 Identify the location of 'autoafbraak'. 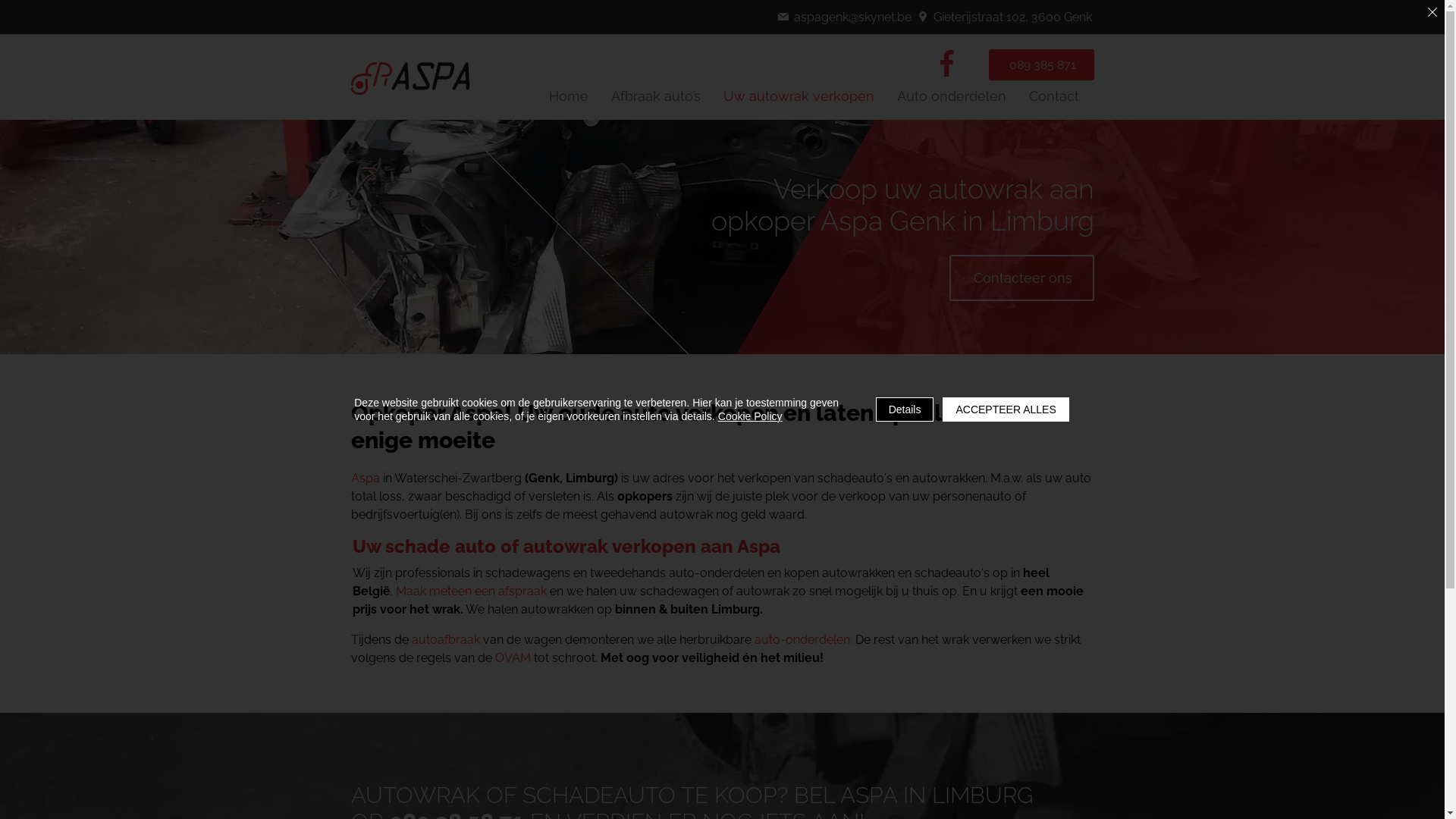
(444, 639).